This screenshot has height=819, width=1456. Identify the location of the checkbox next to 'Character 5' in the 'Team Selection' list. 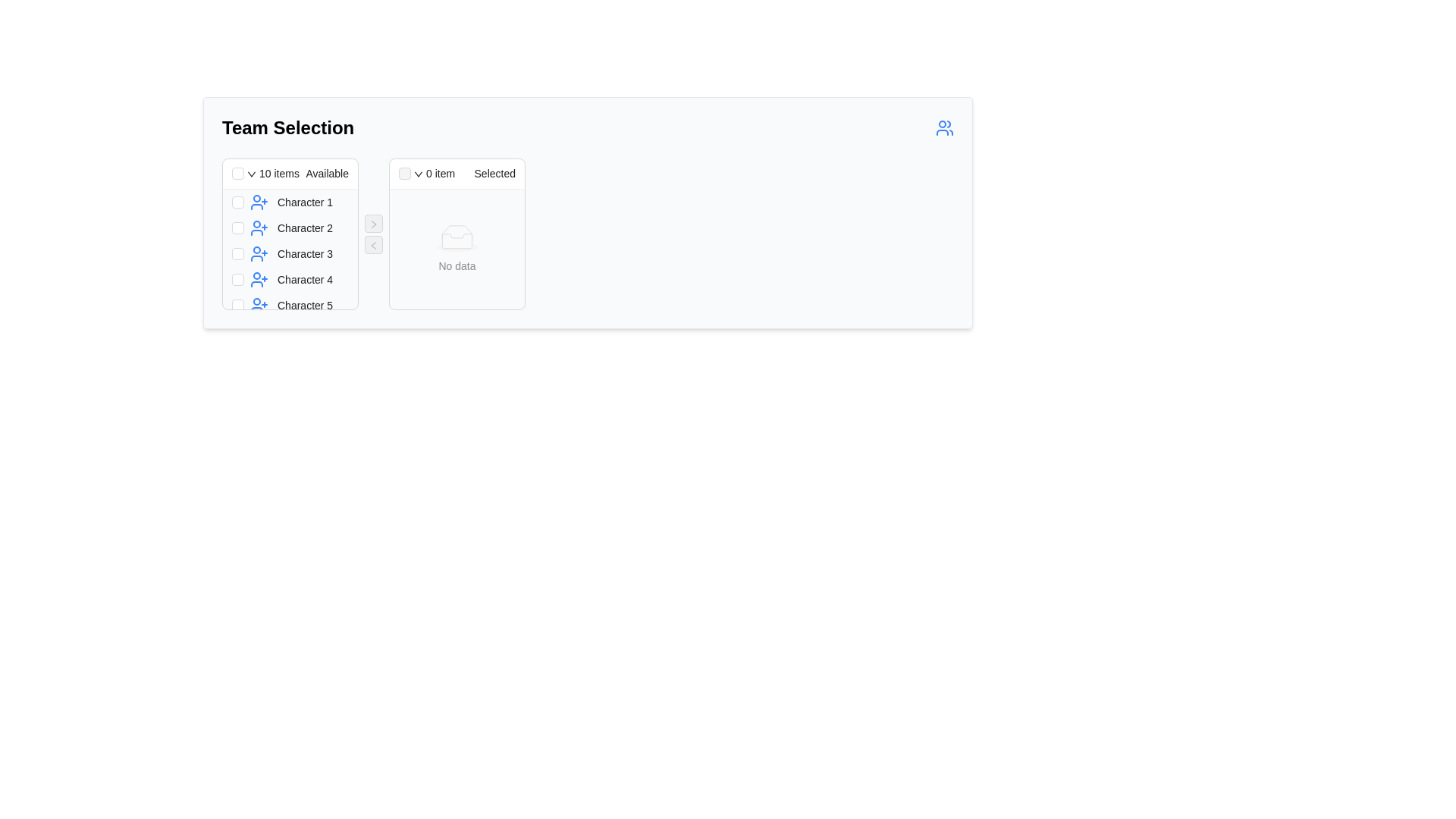
(237, 305).